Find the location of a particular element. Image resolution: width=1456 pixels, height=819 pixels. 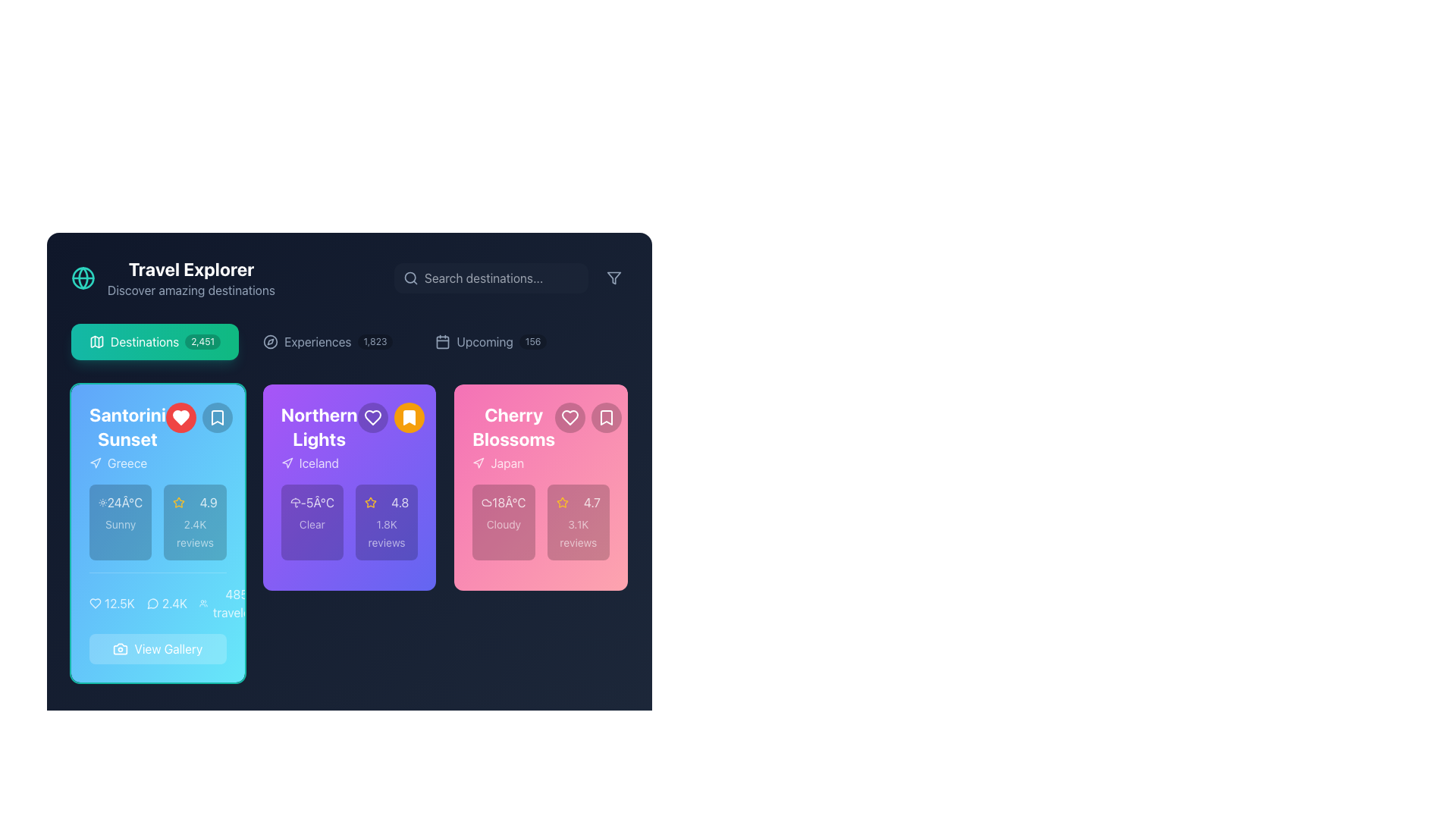

the message or review indicator icon located above the text '2.4K' for the 'Santorini Sunset' destination is located at coordinates (152, 602).